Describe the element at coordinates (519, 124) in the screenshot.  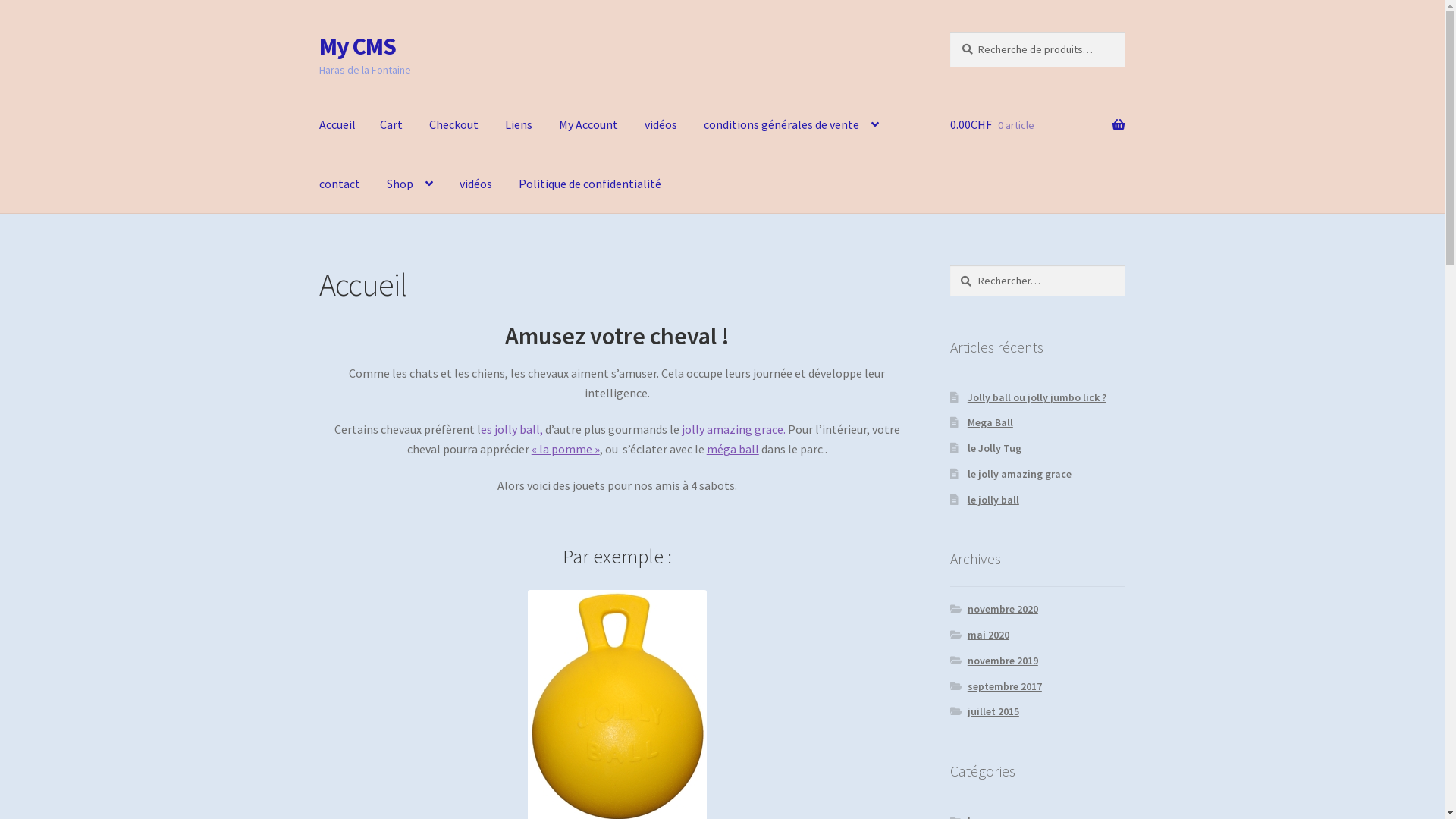
I see `'Liens'` at that location.